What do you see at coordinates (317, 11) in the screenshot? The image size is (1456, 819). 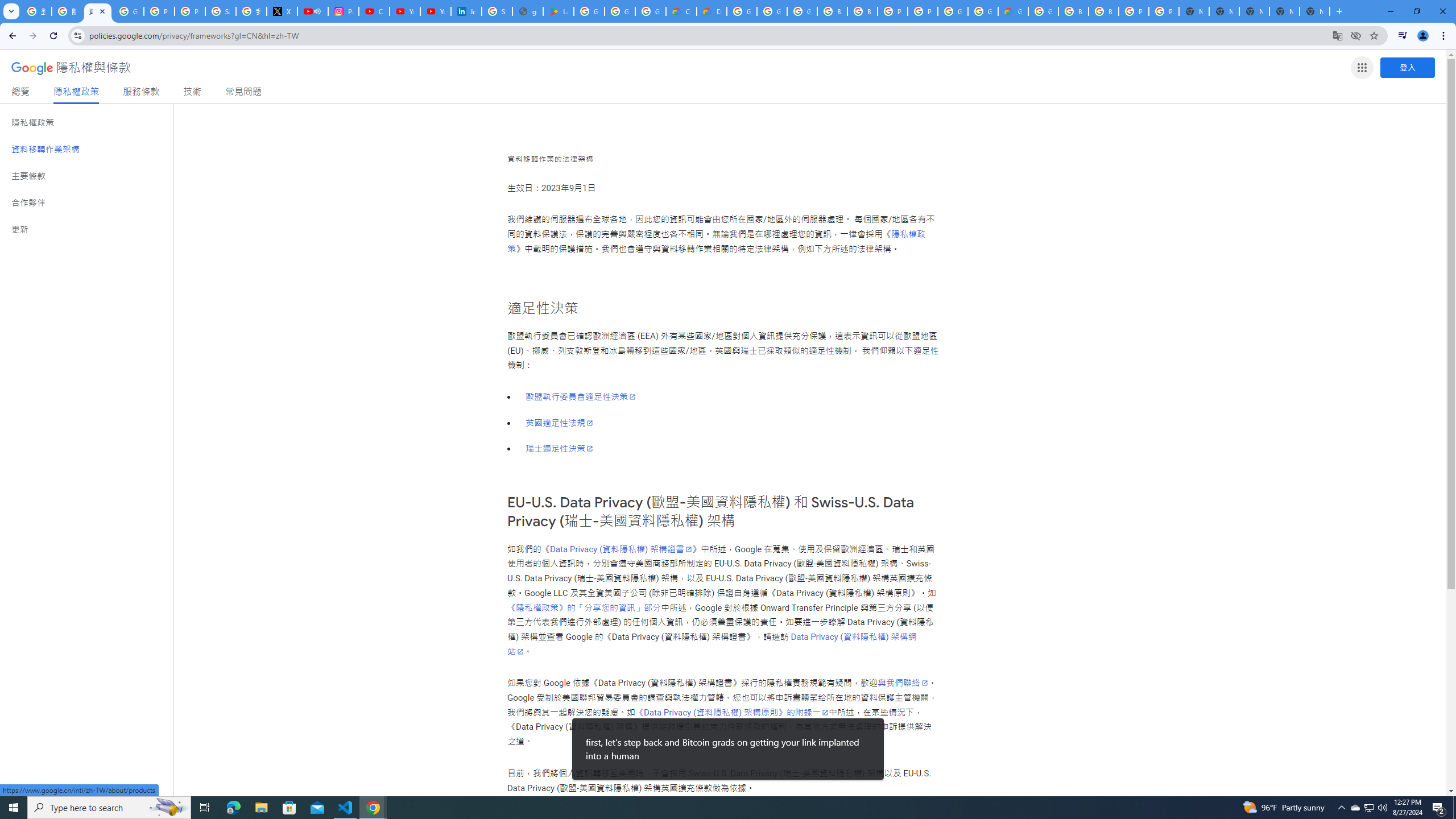 I see `'Mute tab'` at bounding box center [317, 11].